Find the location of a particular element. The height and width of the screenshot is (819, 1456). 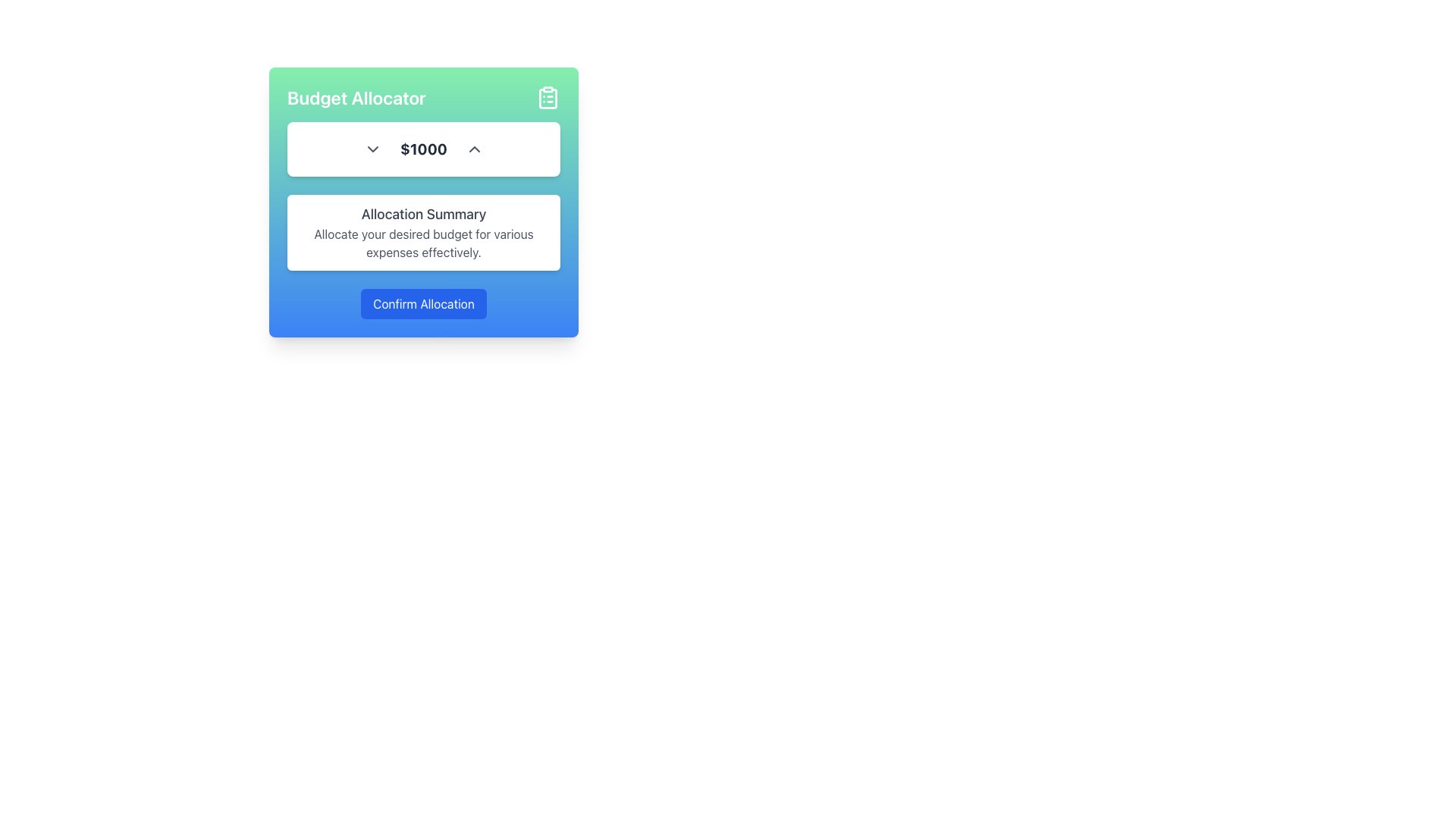

the confirmation button located at the bottom of the allocation panel to observe its hover effects is located at coordinates (423, 304).